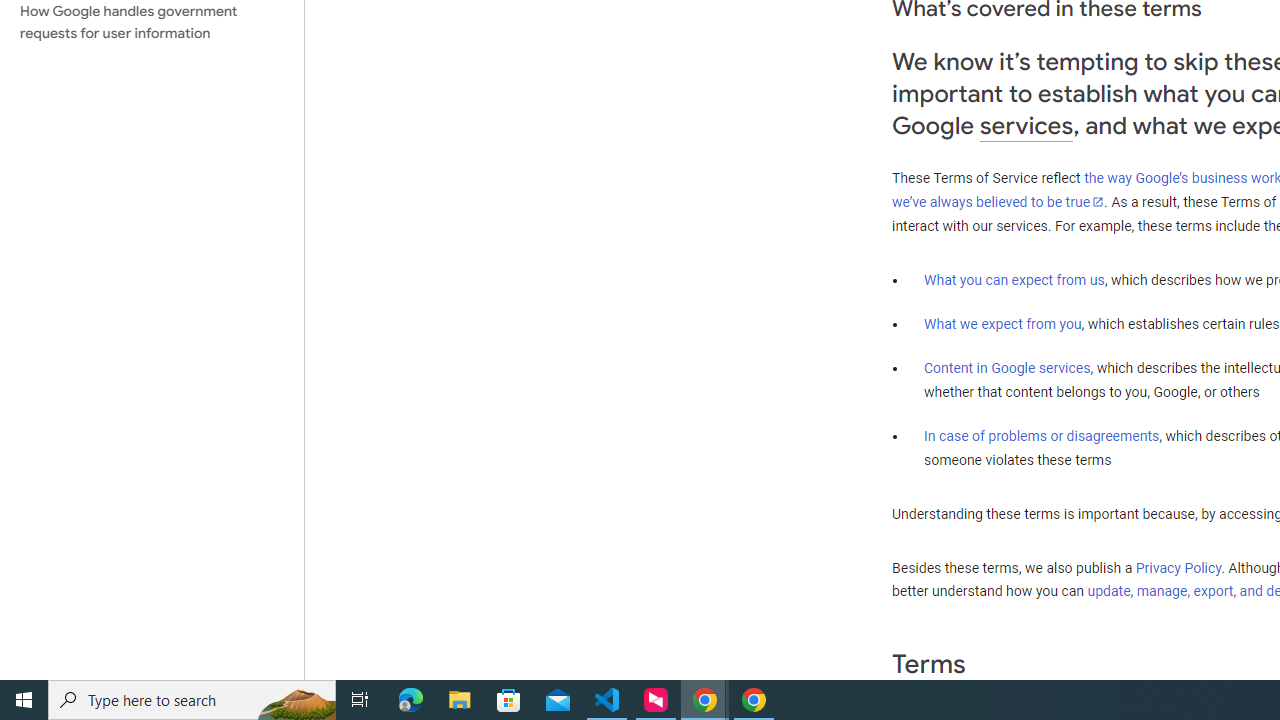 This screenshot has width=1280, height=720. What do you see at coordinates (1002, 323) in the screenshot?
I see `'What we expect from you'` at bounding box center [1002, 323].